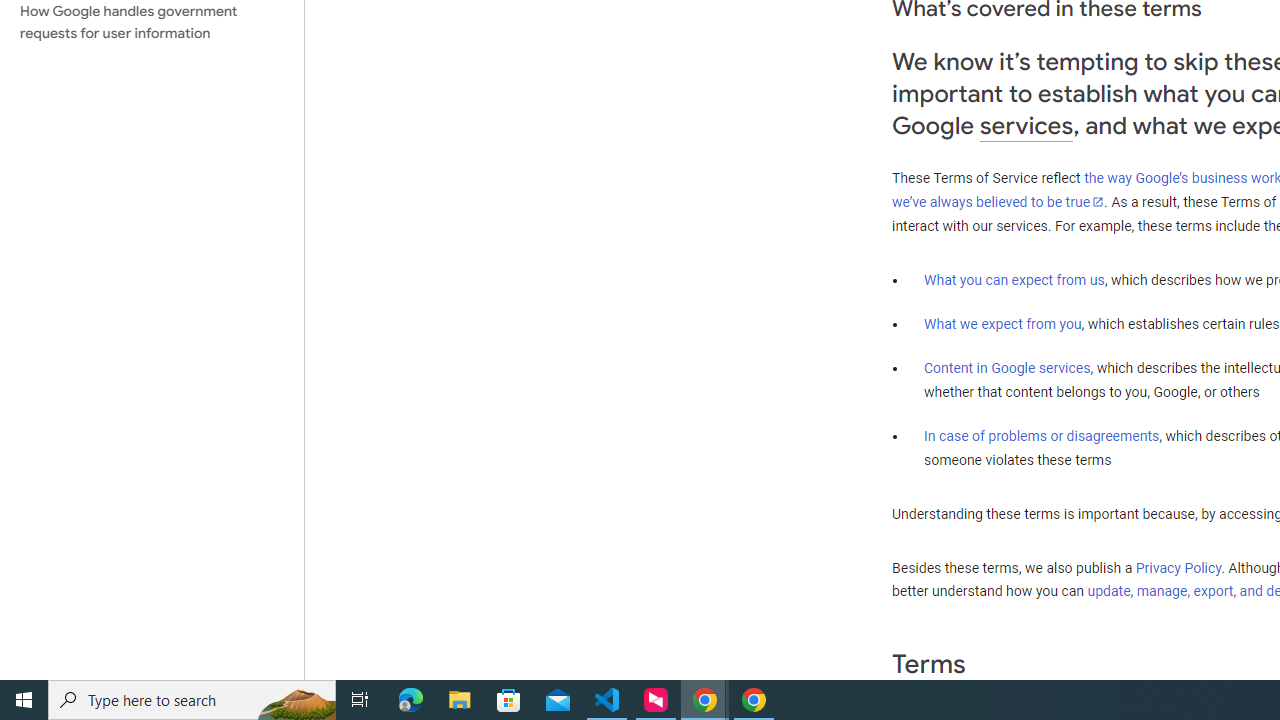 This screenshot has width=1280, height=720. What do you see at coordinates (1002, 323) in the screenshot?
I see `'What we expect from you'` at bounding box center [1002, 323].